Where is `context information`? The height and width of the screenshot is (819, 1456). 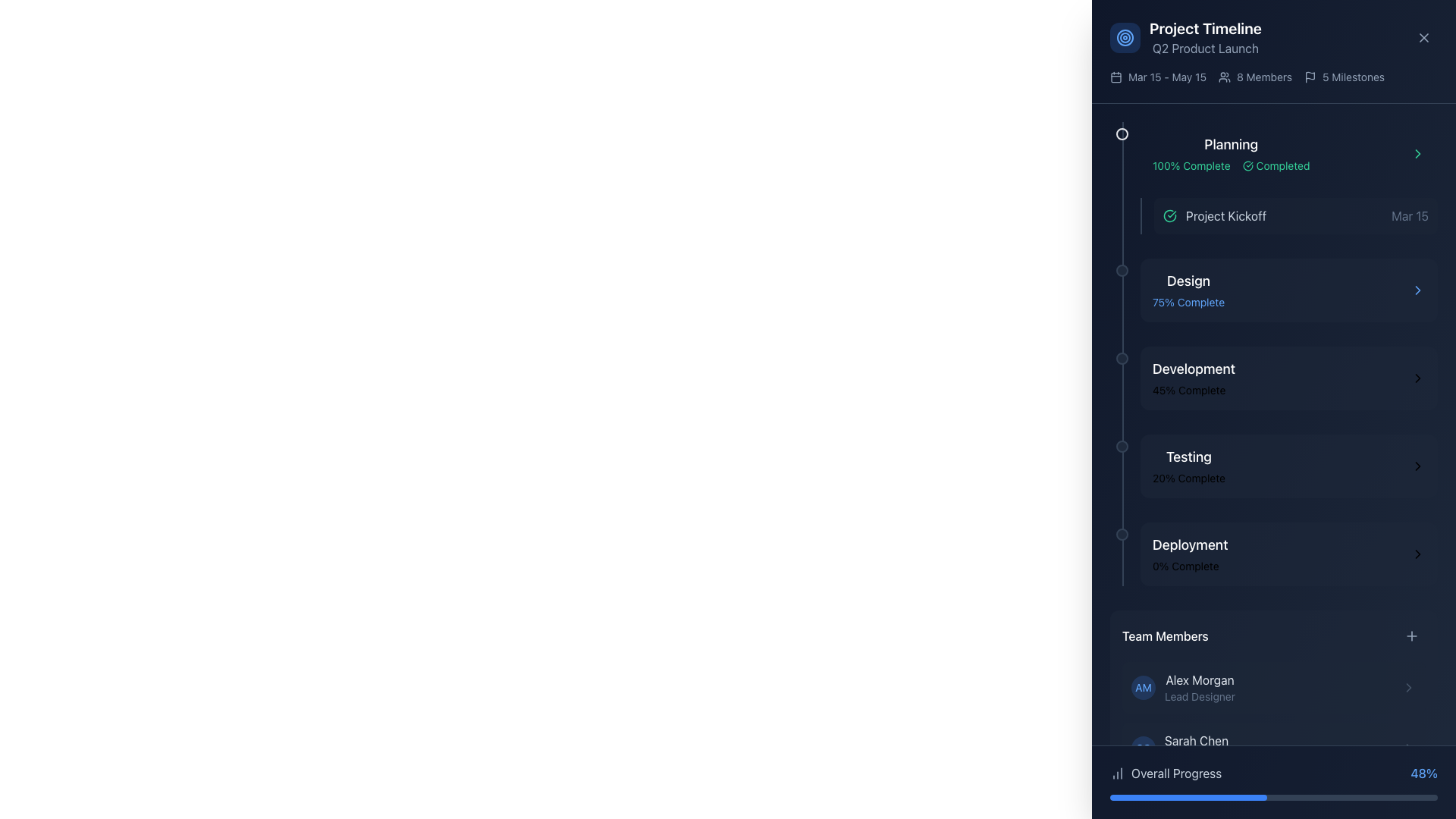 context information is located at coordinates (1196, 748).